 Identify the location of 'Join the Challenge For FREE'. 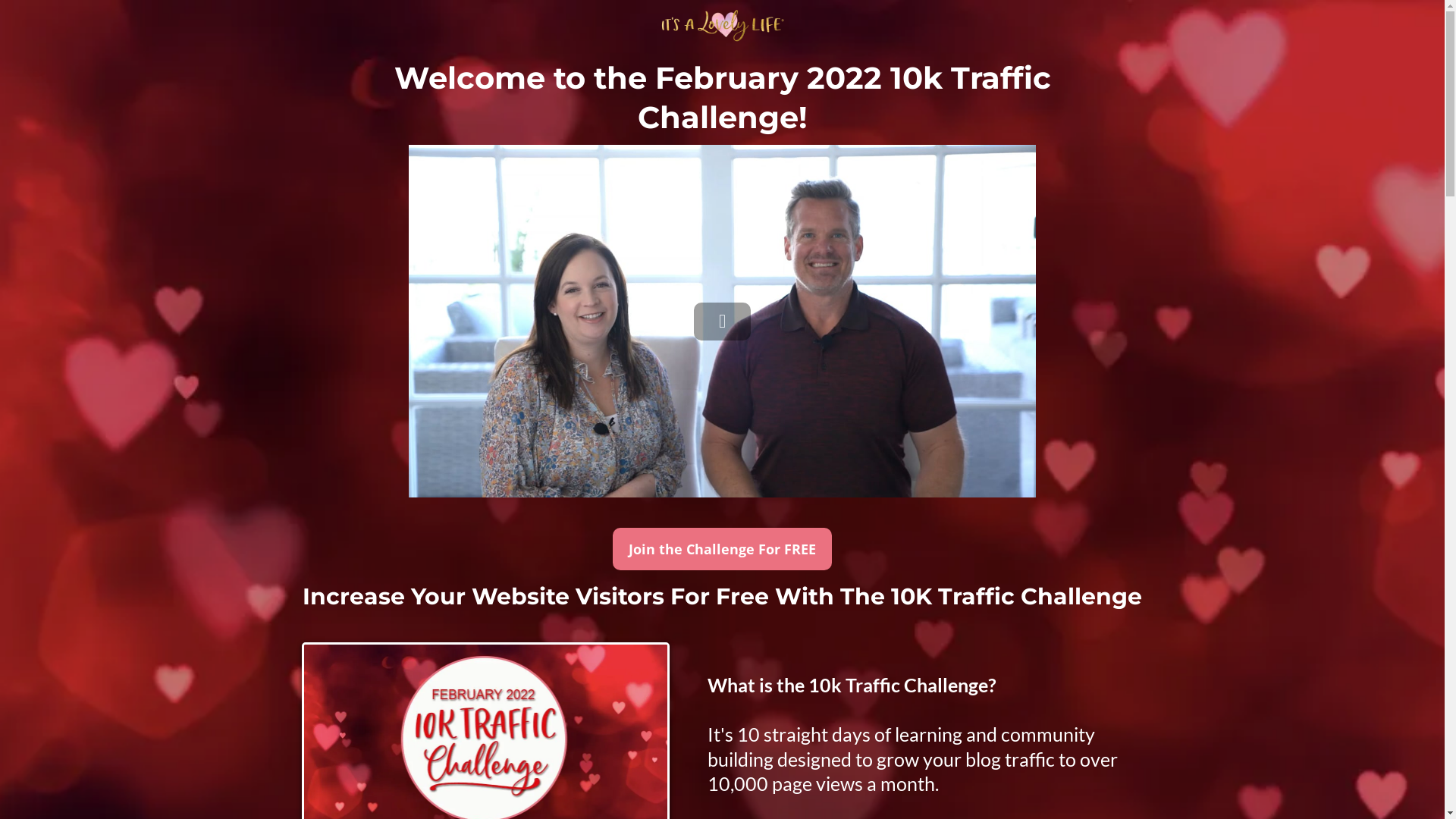
(721, 549).